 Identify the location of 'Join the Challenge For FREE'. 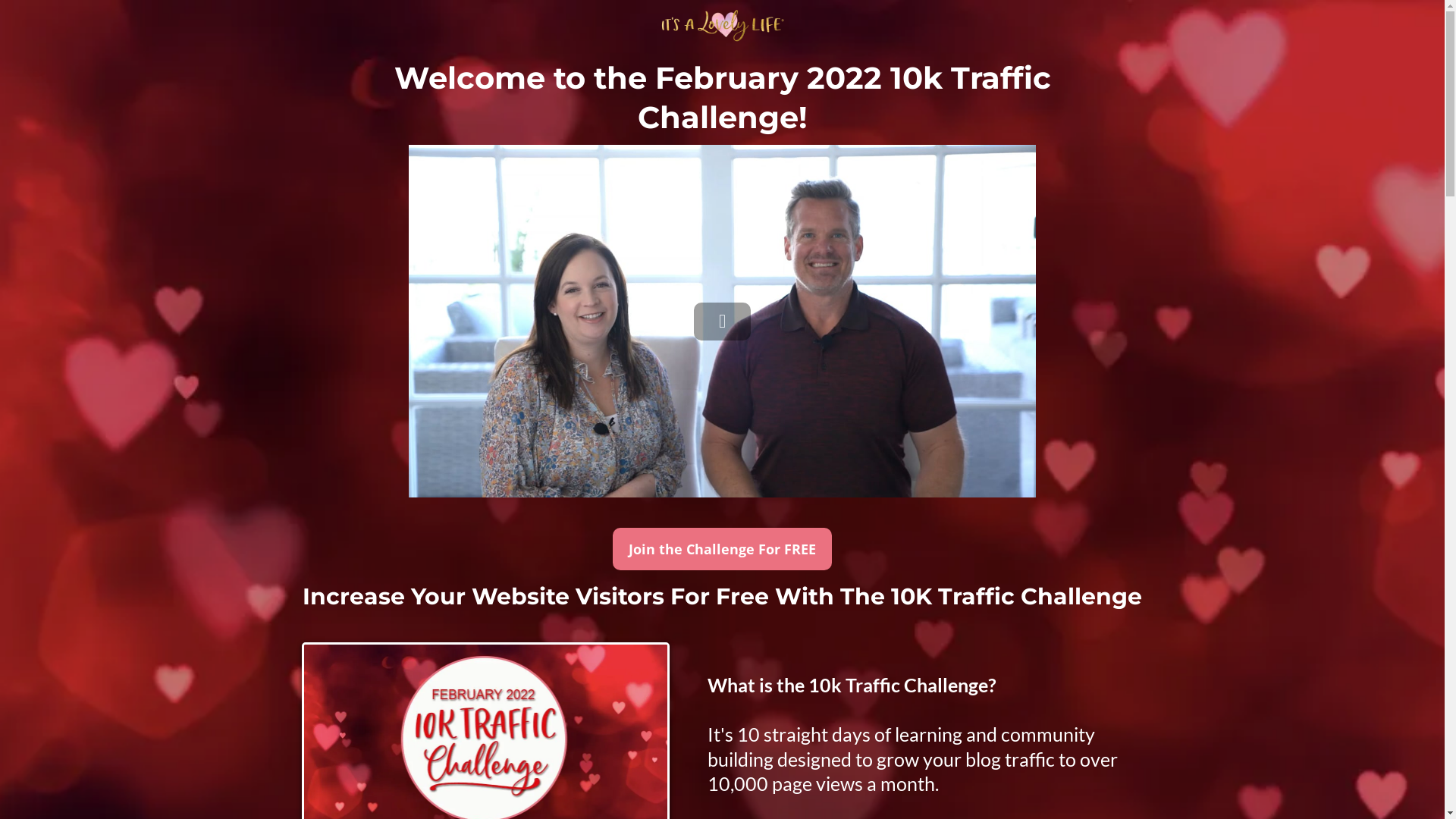
(721, 549).